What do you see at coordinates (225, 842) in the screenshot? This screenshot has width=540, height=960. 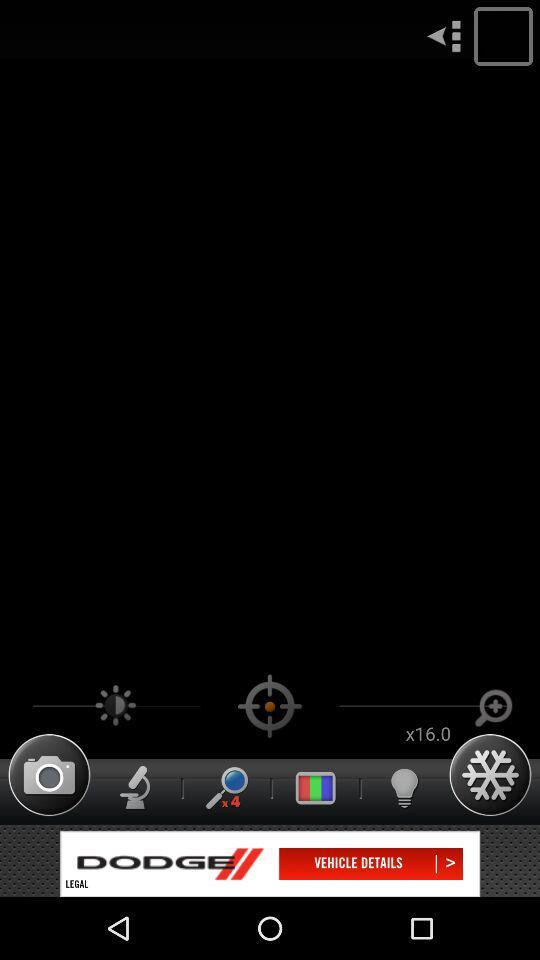 I see `the search icon` at bounding box center [225, 842].